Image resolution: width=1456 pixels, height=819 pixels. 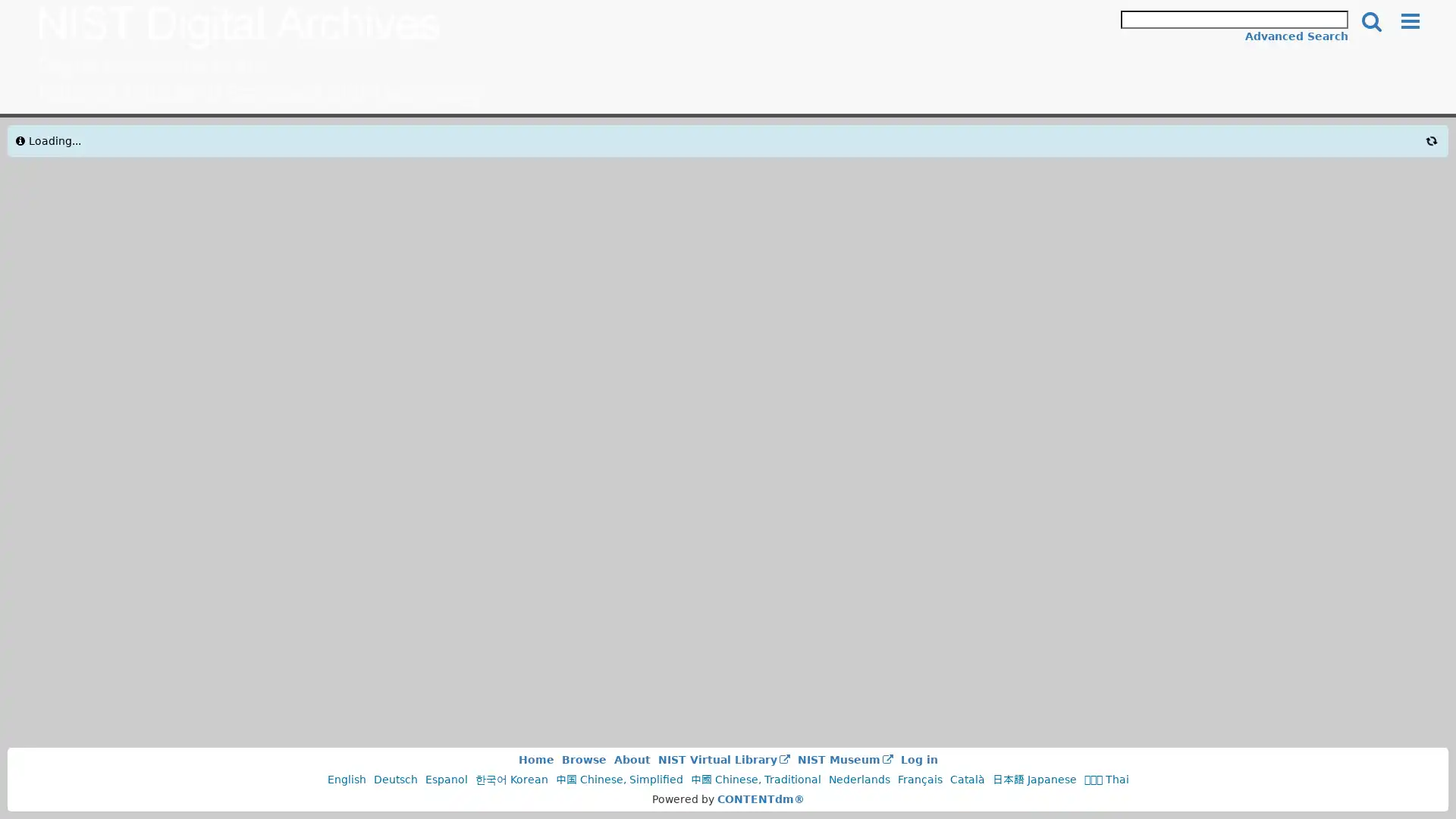 I want to click on Page 3, so click(x=883, y=265).